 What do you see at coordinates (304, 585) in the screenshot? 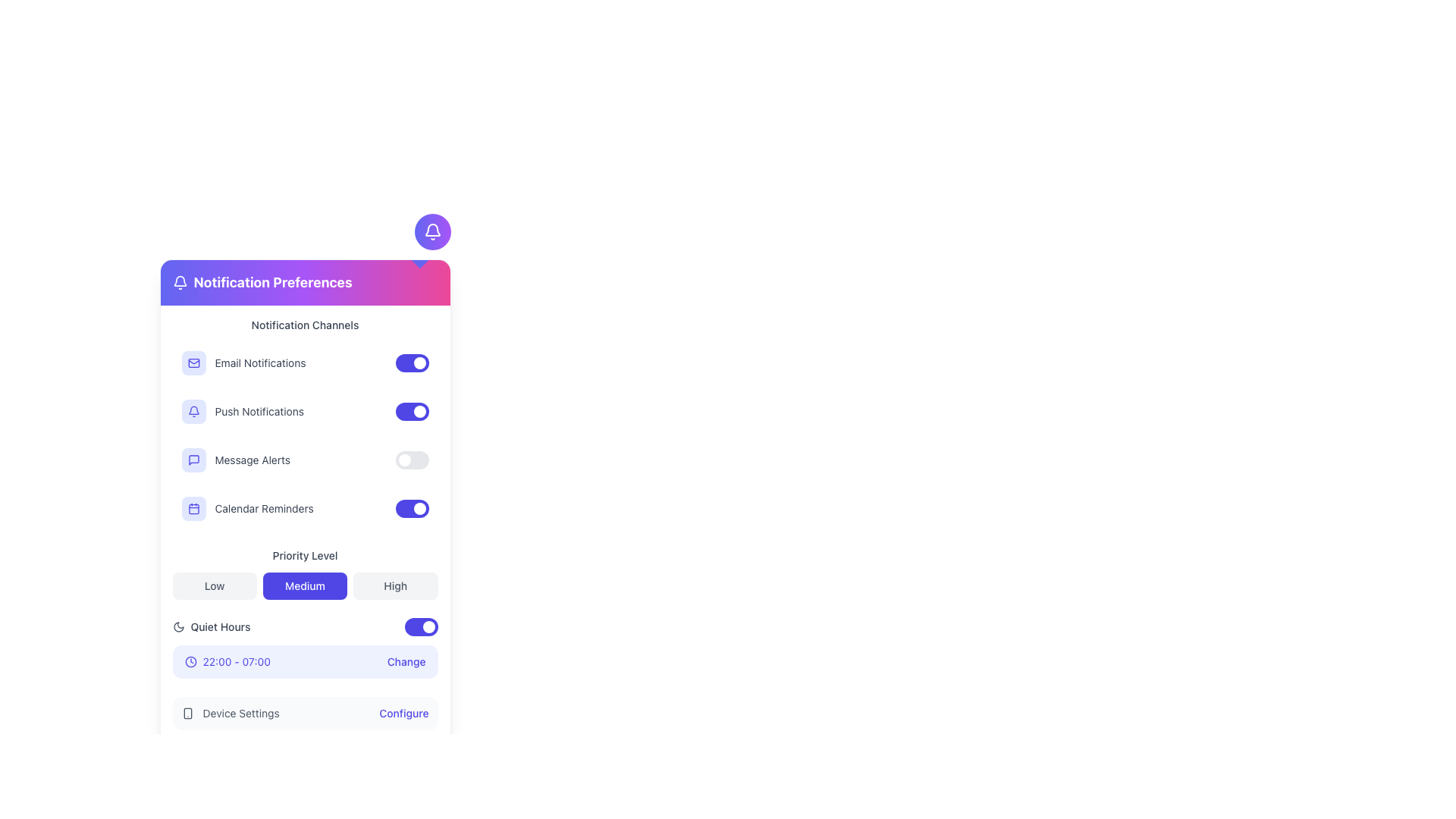
I see `the 'Medium' priority level button, which is a rectangular button with rounded corners, solid indigo background, and white text centered on it` at bounding box center [304, 585].